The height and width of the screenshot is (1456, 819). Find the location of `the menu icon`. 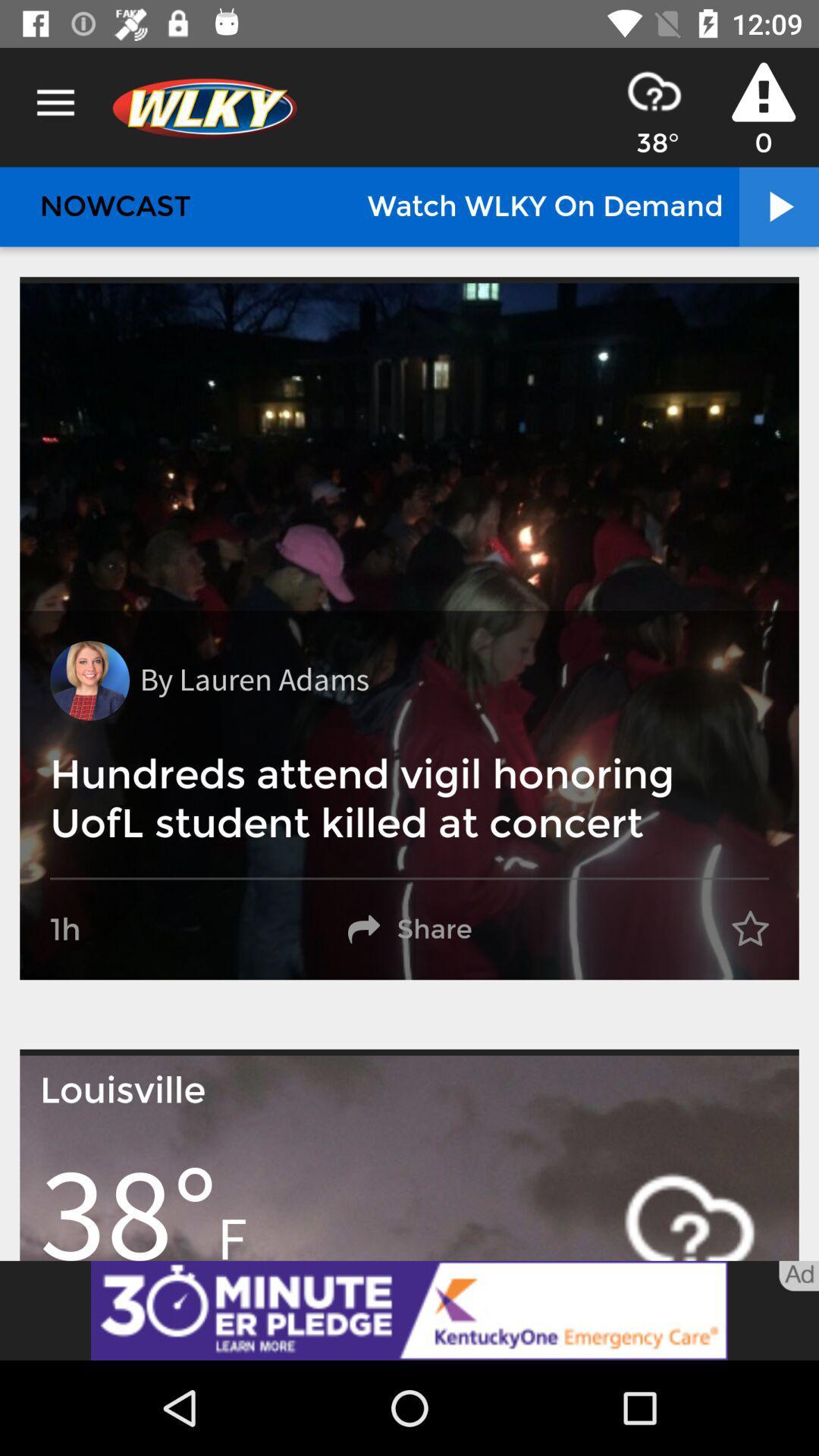

the menu icon is located at coordinates (55, 102).